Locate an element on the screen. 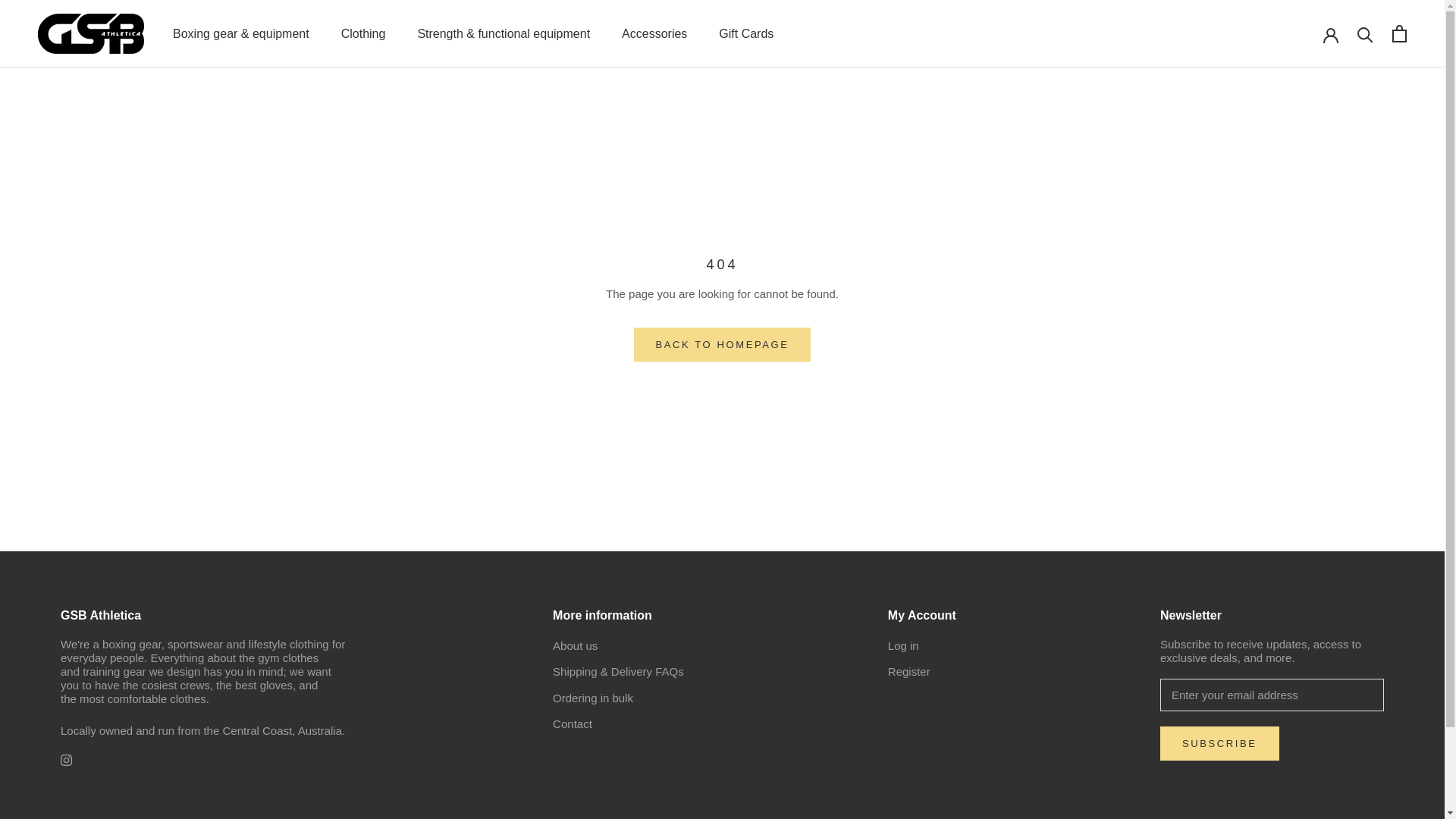 The image size is (1456, 819). 'Log in' is located at coordinates (921, 646).